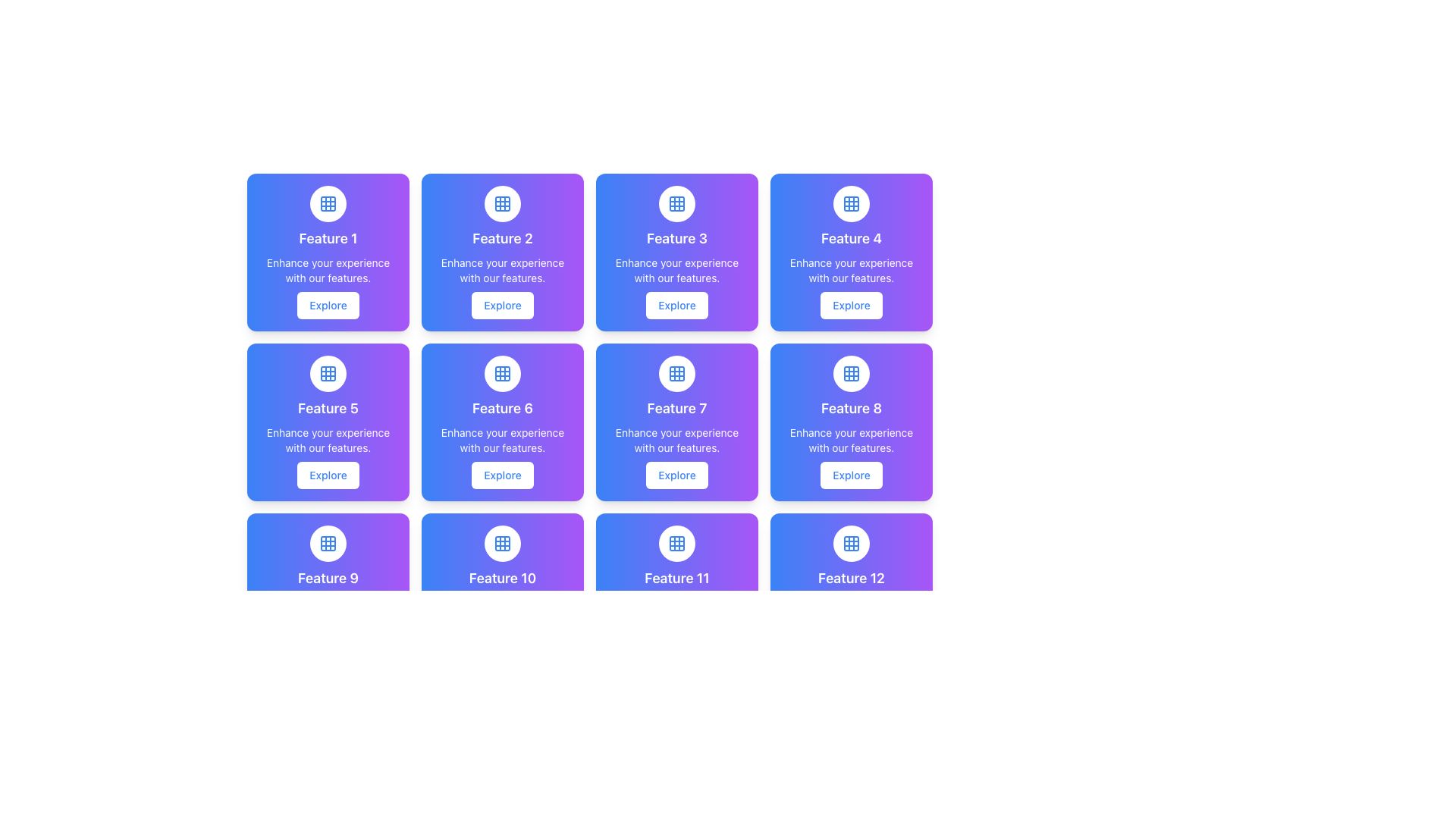 This screenshot has width=1456, height=819. What do you see at coordinates (502, 543) in the screenshot?
I see `the icon representing the card's purpose or category located within the 'Feature 10' card in the third row and second column of the grid` at bounding box center [502, 543].